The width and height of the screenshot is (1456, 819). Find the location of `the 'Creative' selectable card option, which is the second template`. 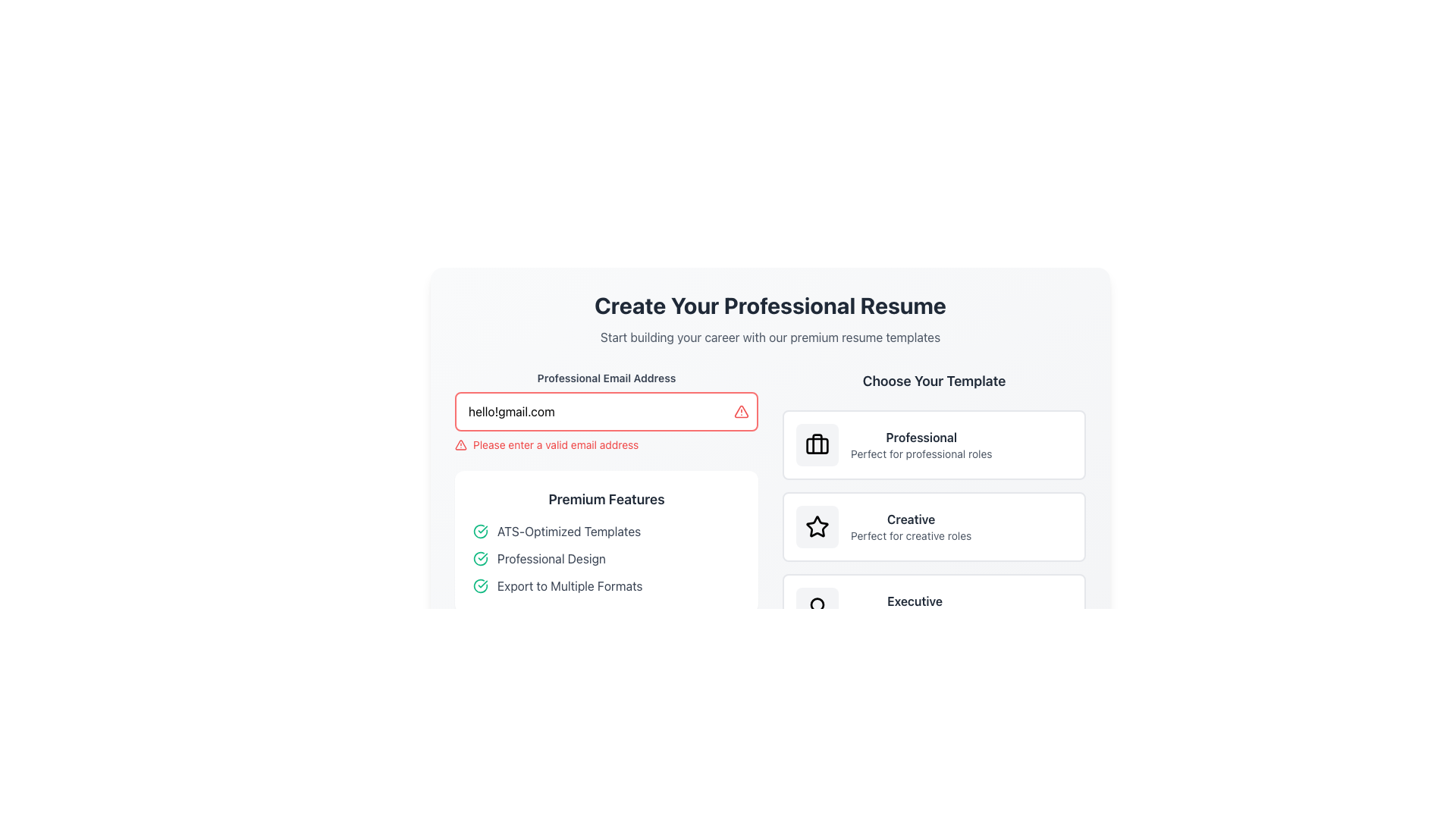

the 'Creative' selectable card option, which is the second template is located at coordinates (934, 507).